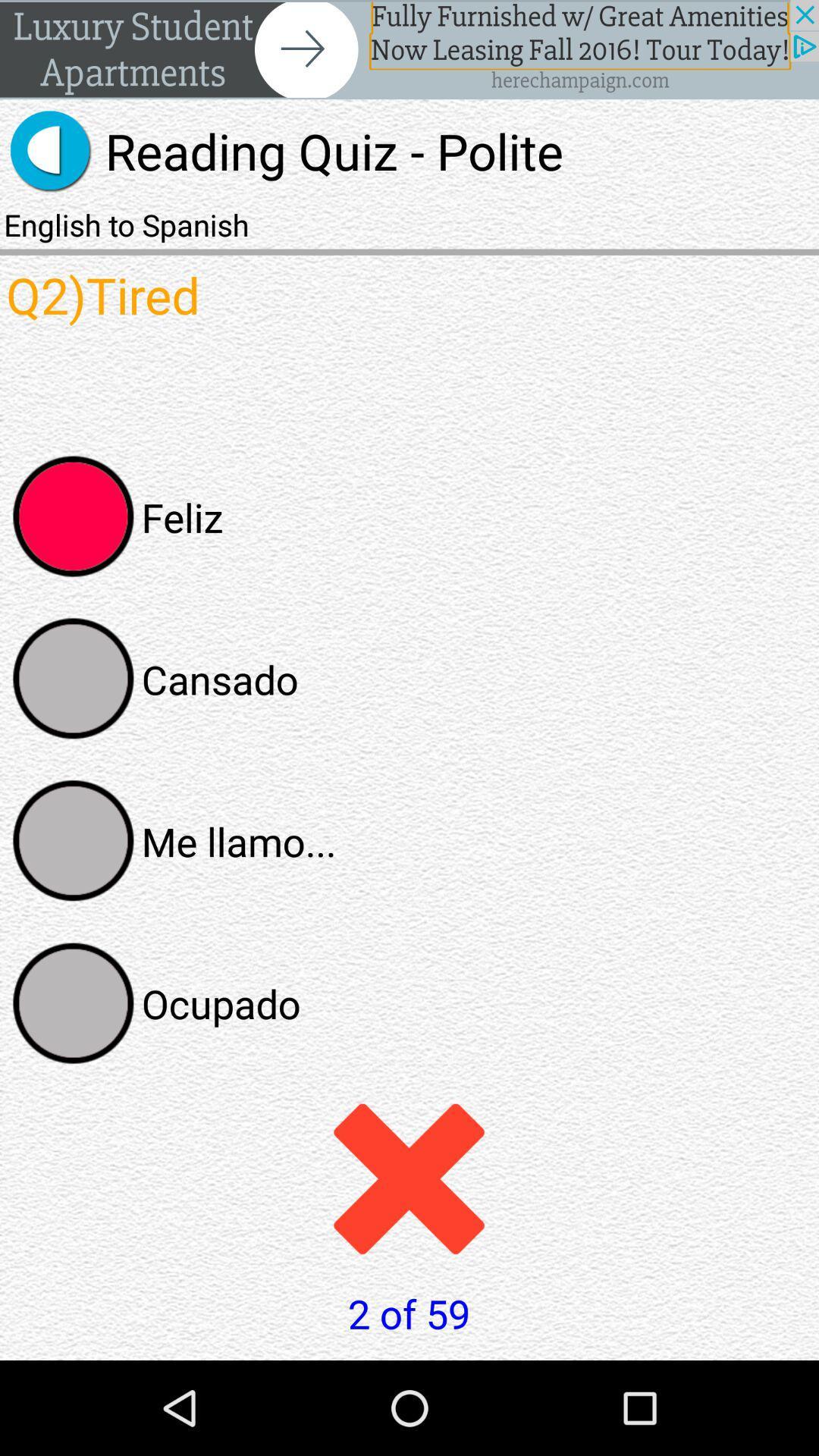 The width and height of the screenshot is (819, 1456). Describe the element at coordinates (74, 1003) in the screenshot. I see `option` at that location.